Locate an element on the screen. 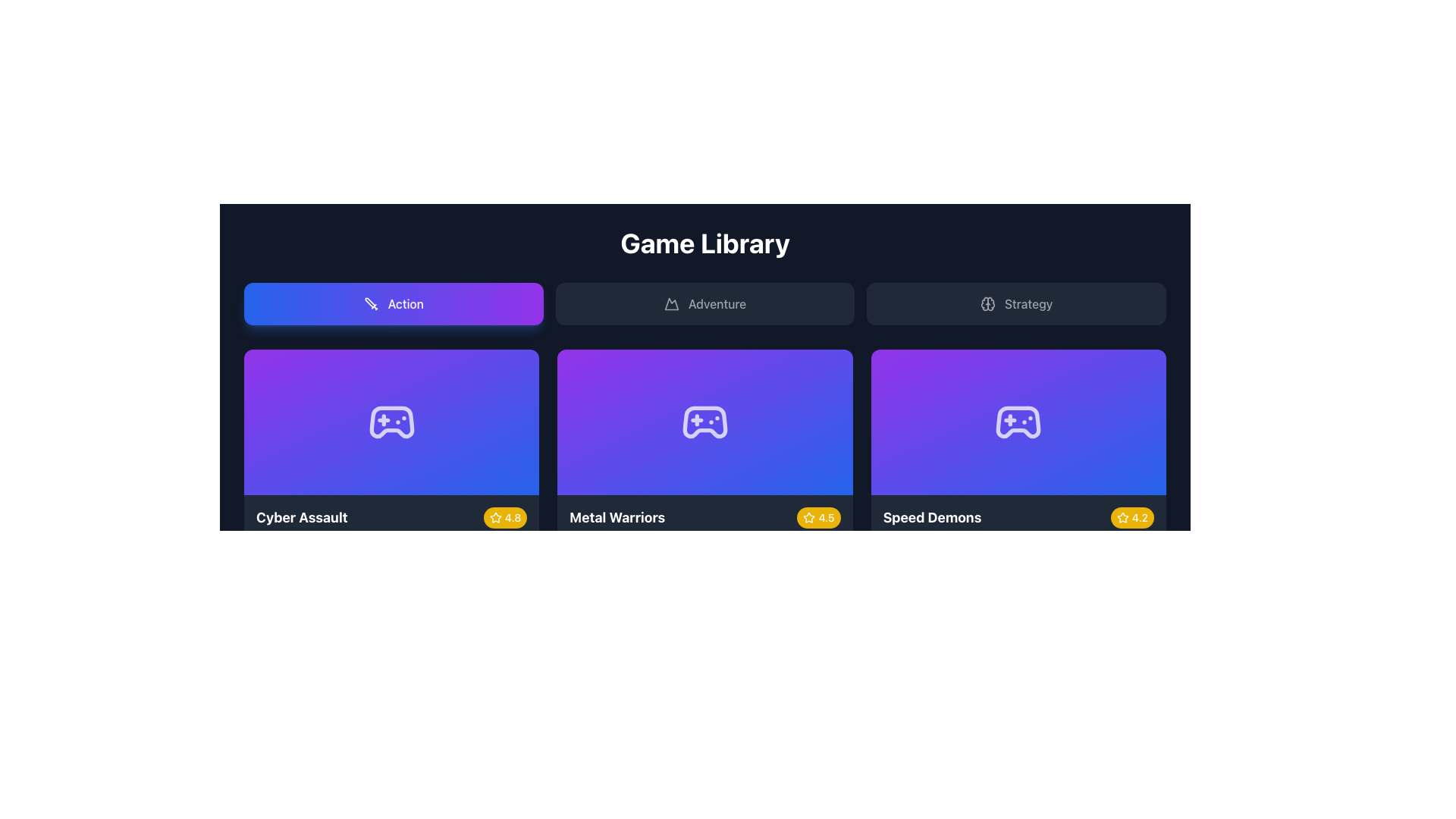  the button labeled 'Action', which is a rectangular button with a gradient background from blue to purple, containing a white sword icon on the left and bold white text on the right, to filter content is located at coordinates (394, 304).